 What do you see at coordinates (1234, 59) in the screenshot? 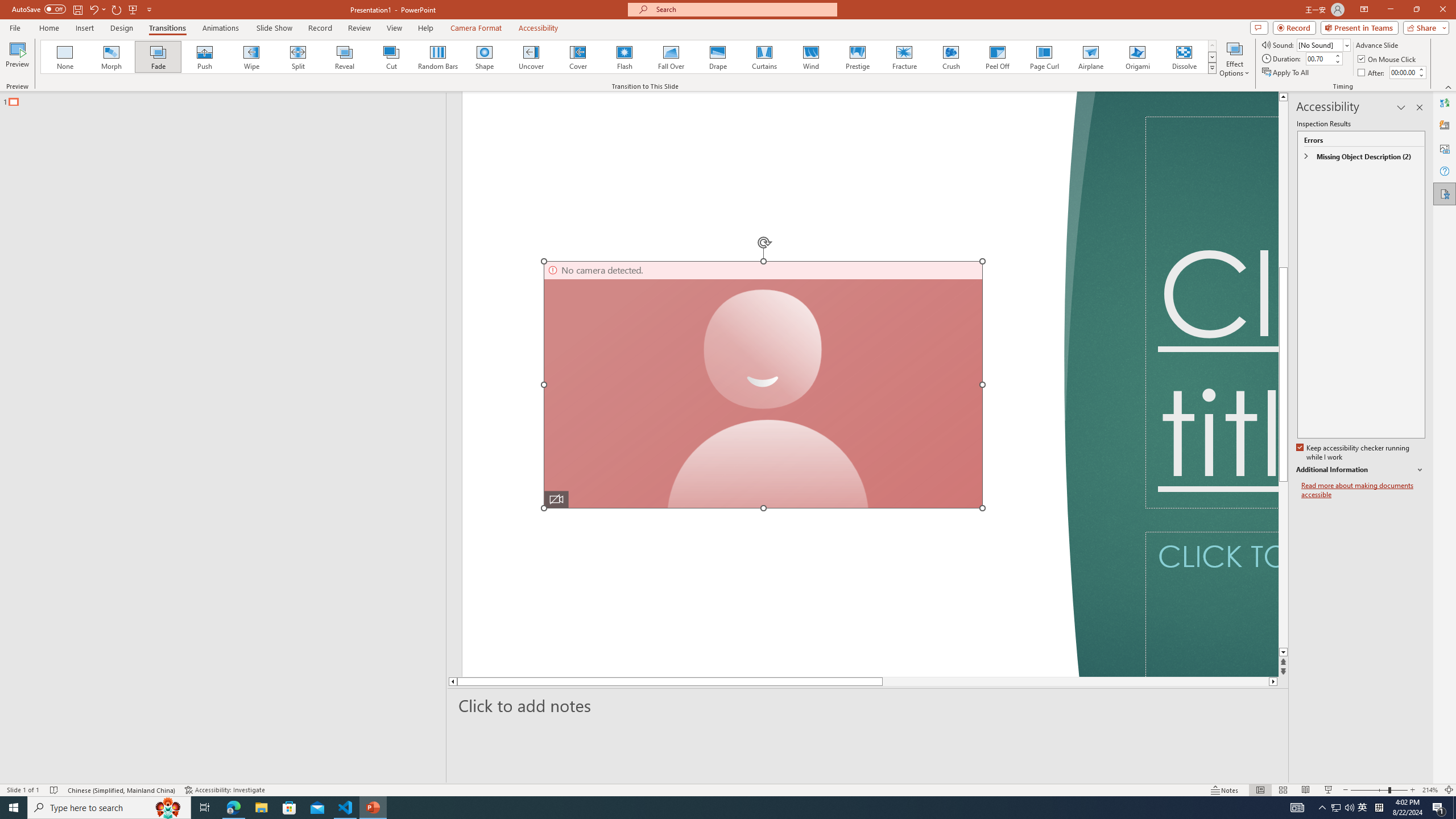
I see `'Effect Options'` at bounding box center [1234, 59].